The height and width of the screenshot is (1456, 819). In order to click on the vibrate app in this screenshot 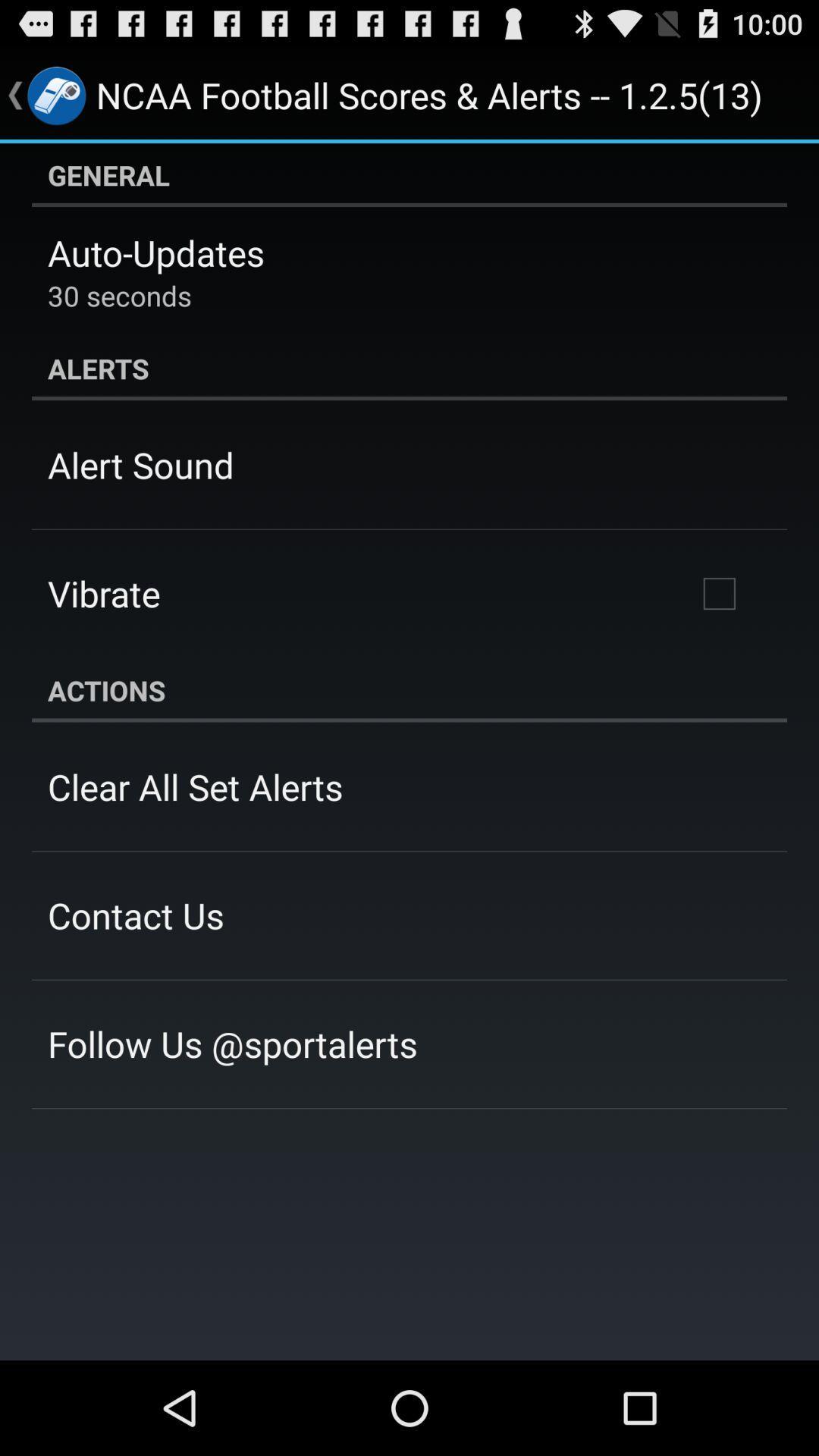, I will do `click(103, 592)`.